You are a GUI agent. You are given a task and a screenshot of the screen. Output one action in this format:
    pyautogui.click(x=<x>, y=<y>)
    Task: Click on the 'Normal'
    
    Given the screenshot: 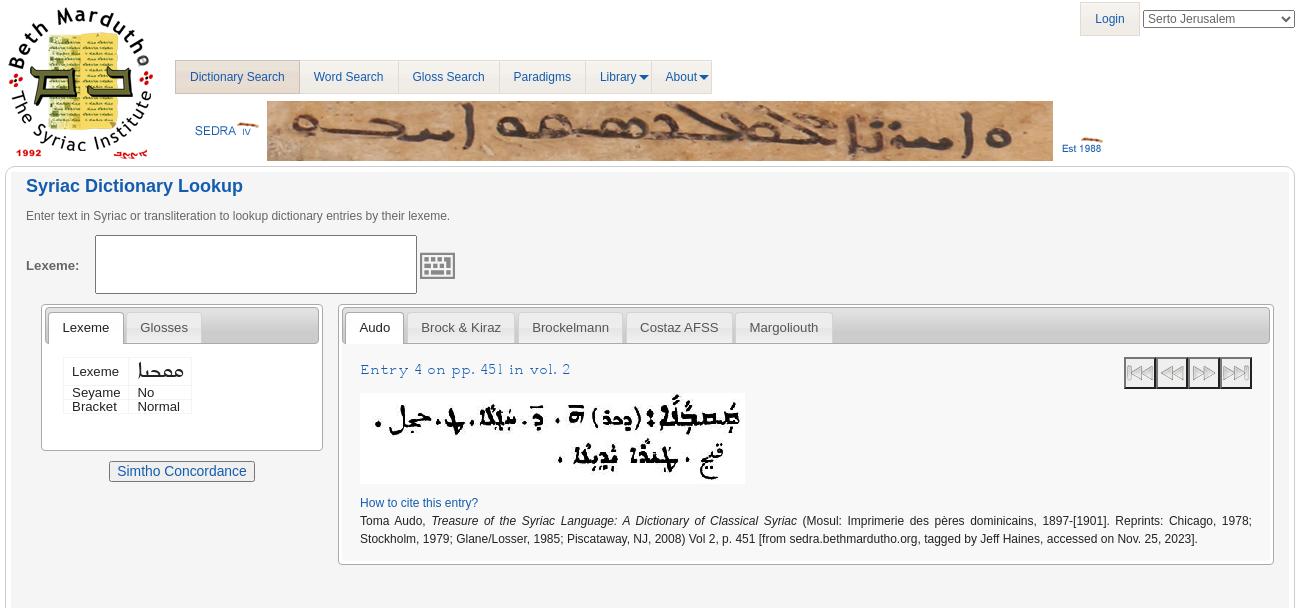 What is the action you would take?
    pyautogui.click(x=137, y=405)
    